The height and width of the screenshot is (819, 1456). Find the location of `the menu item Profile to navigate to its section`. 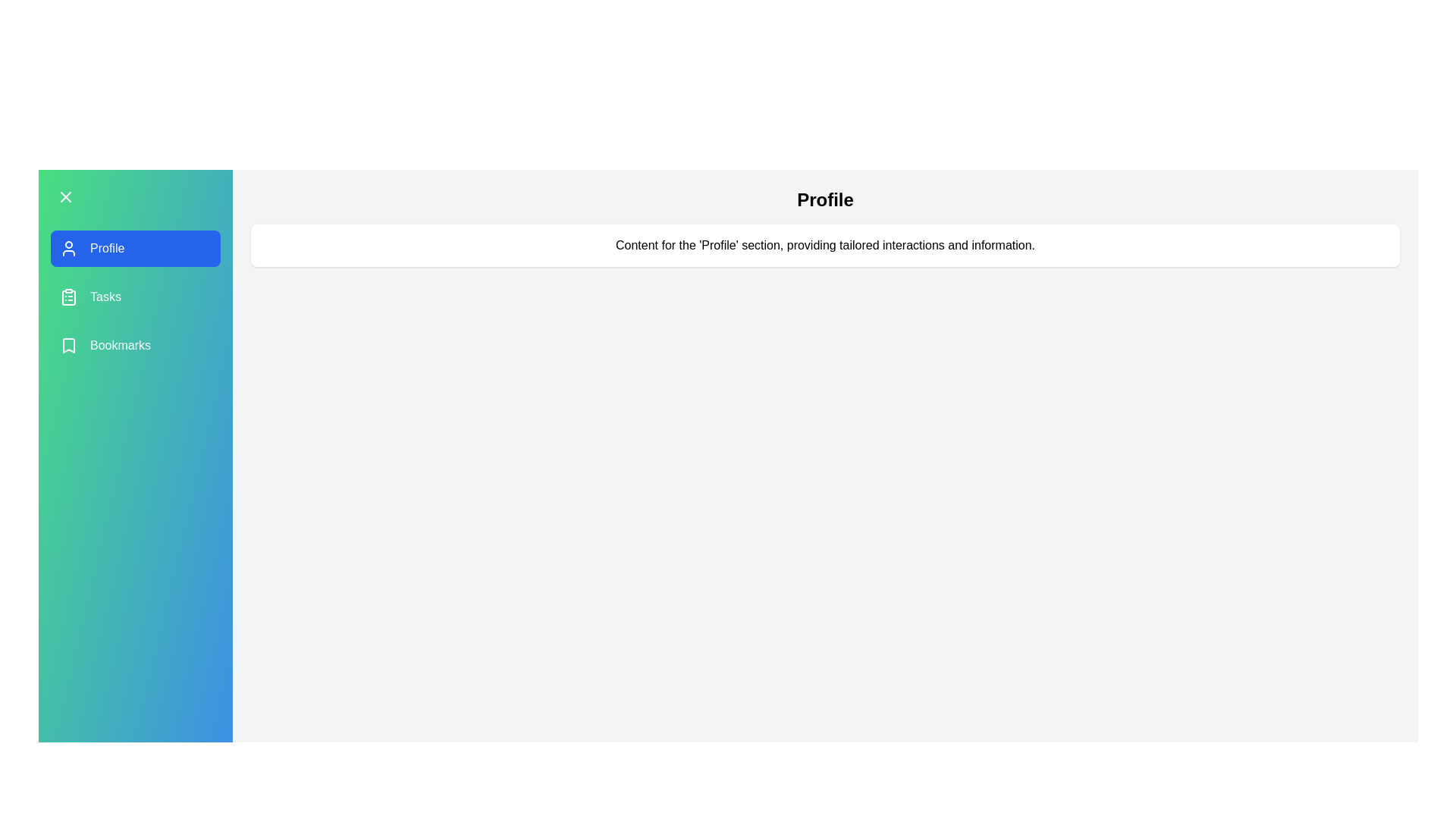

the menu item Profile to navigate to its section is located at coordinates (135, 247).